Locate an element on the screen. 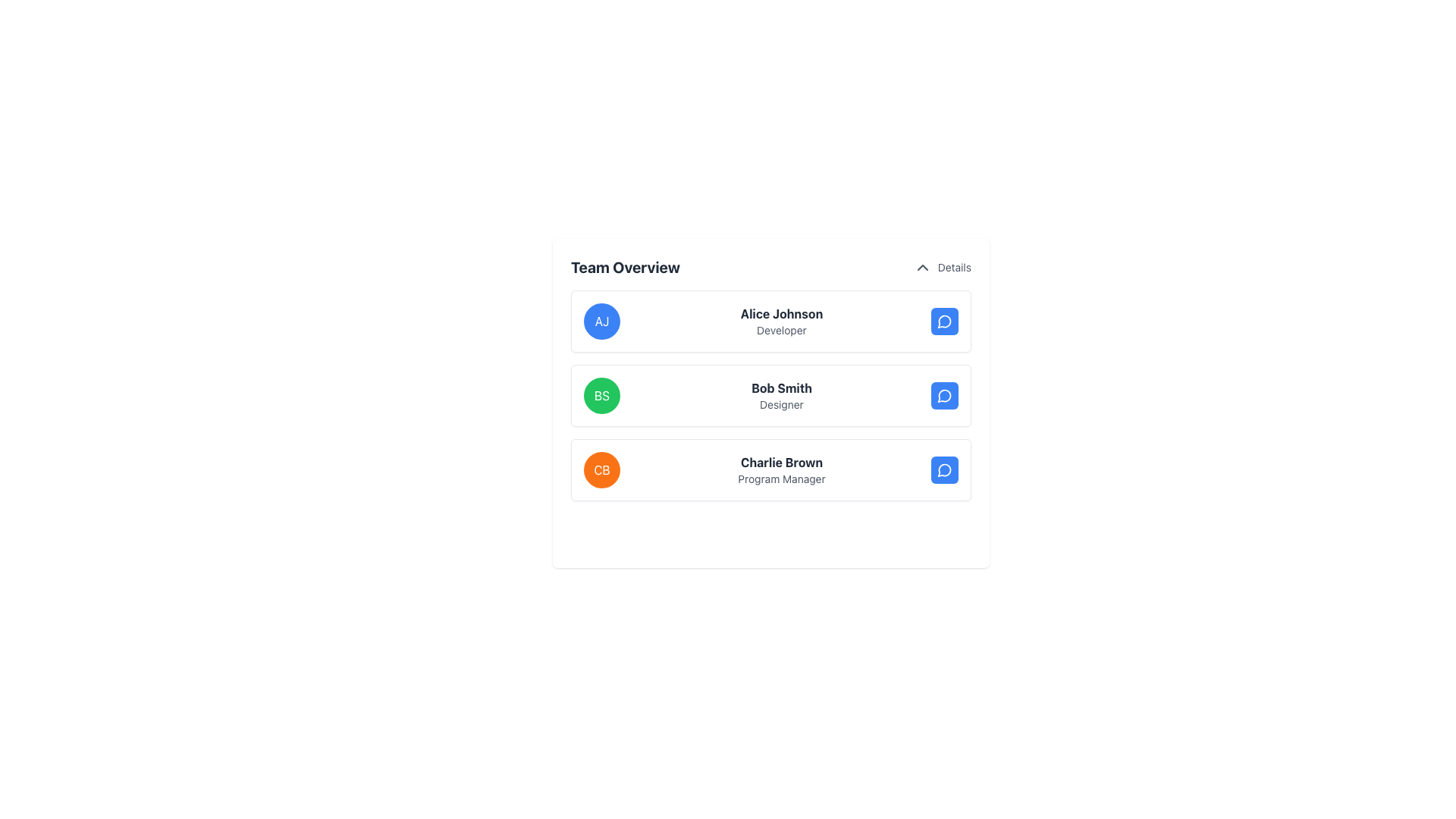 Image resolution: width=1456 pixels, height=819 pixels. text displayed in the Text Display element that shows the name and role of the team member (Alice Johnson, Developer) located to the right of the circular badge labeled 'AJ' is located at coordinates (782, 321).